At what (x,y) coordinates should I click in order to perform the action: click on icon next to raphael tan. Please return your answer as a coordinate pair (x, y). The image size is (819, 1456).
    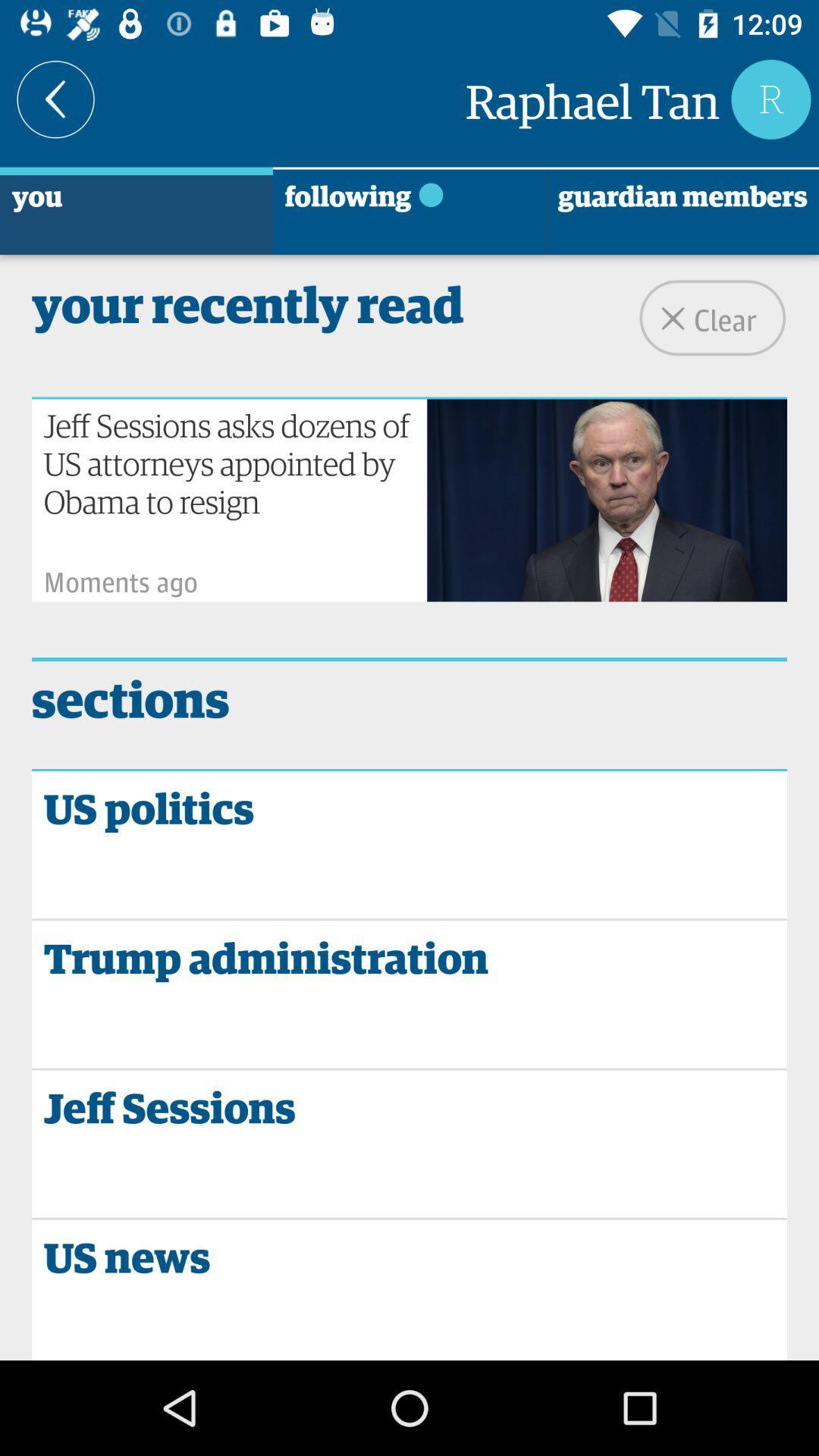
    Looking at the image, I should click on (55, 99).